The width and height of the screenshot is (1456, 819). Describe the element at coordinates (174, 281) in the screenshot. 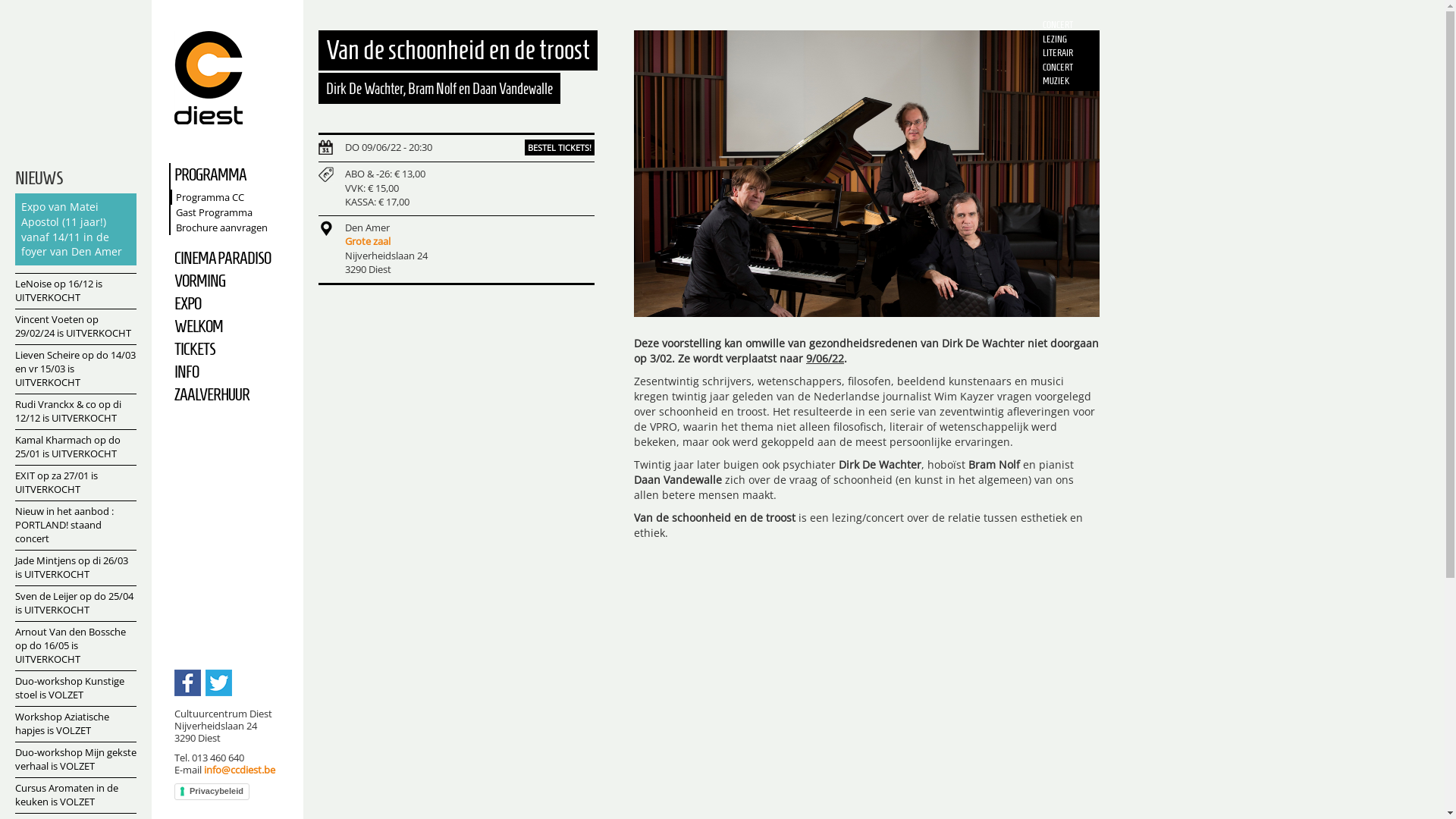

I see `'VORMING'` at that location.